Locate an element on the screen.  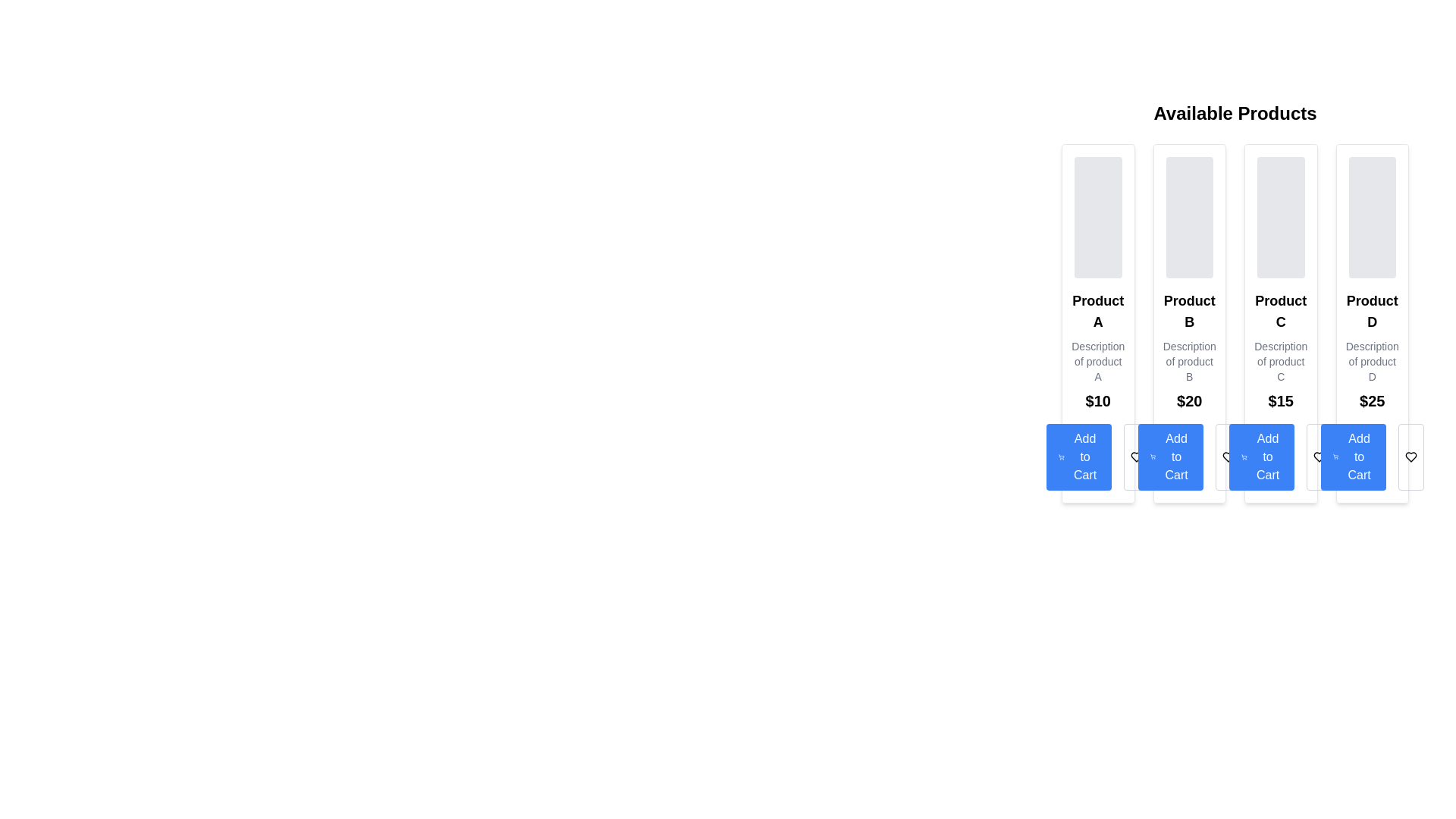
text from the bold, black title label that reads 'Available Products', located at the top-center of the product listing section is located at coordinates (1235, 113).